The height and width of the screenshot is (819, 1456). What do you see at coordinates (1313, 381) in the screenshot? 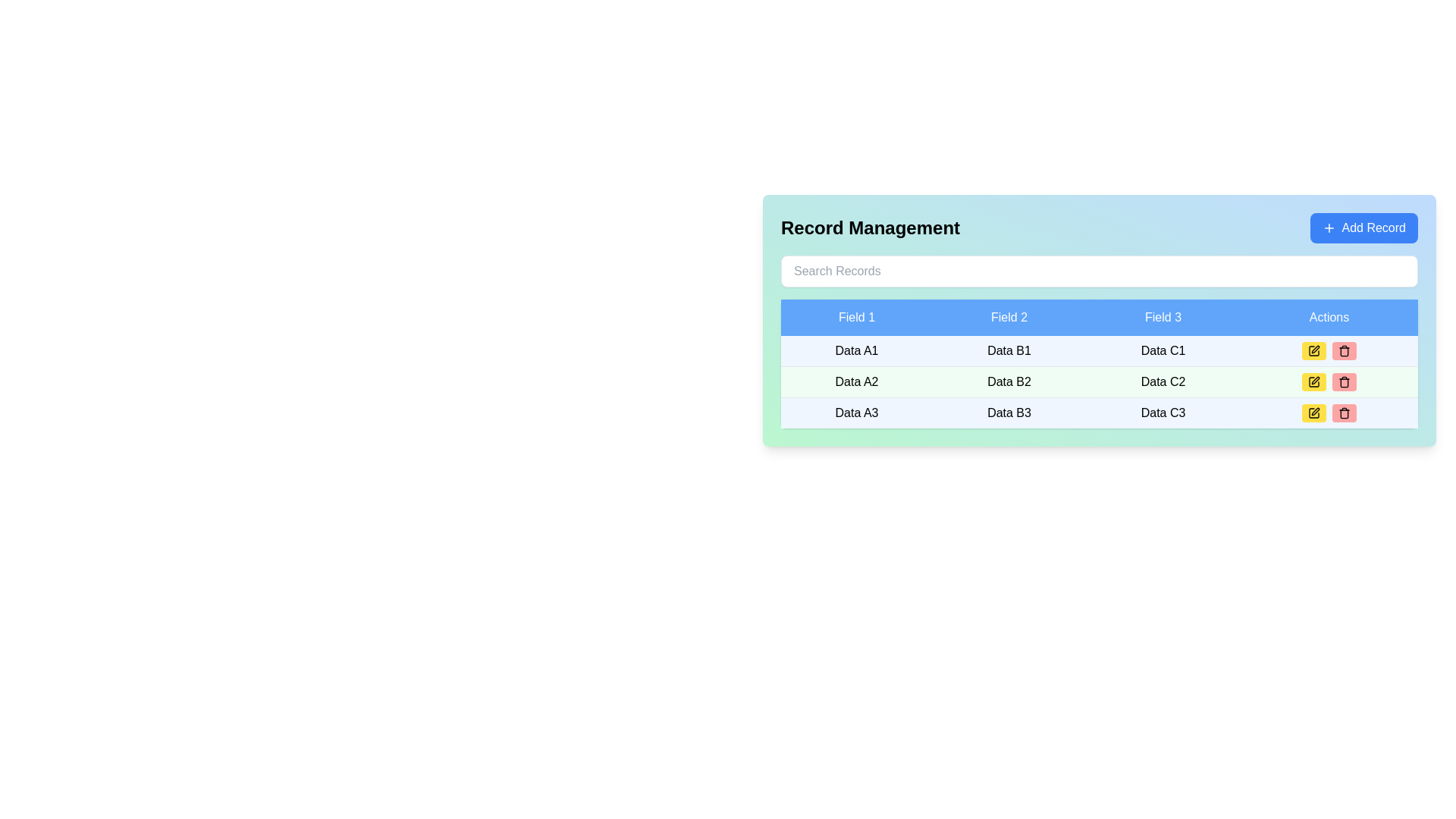
I see `the edit button located in the 'Actions' column of the second row of the table, which is to the left of the red trash bin icon` at bounding box center [1313, 381].